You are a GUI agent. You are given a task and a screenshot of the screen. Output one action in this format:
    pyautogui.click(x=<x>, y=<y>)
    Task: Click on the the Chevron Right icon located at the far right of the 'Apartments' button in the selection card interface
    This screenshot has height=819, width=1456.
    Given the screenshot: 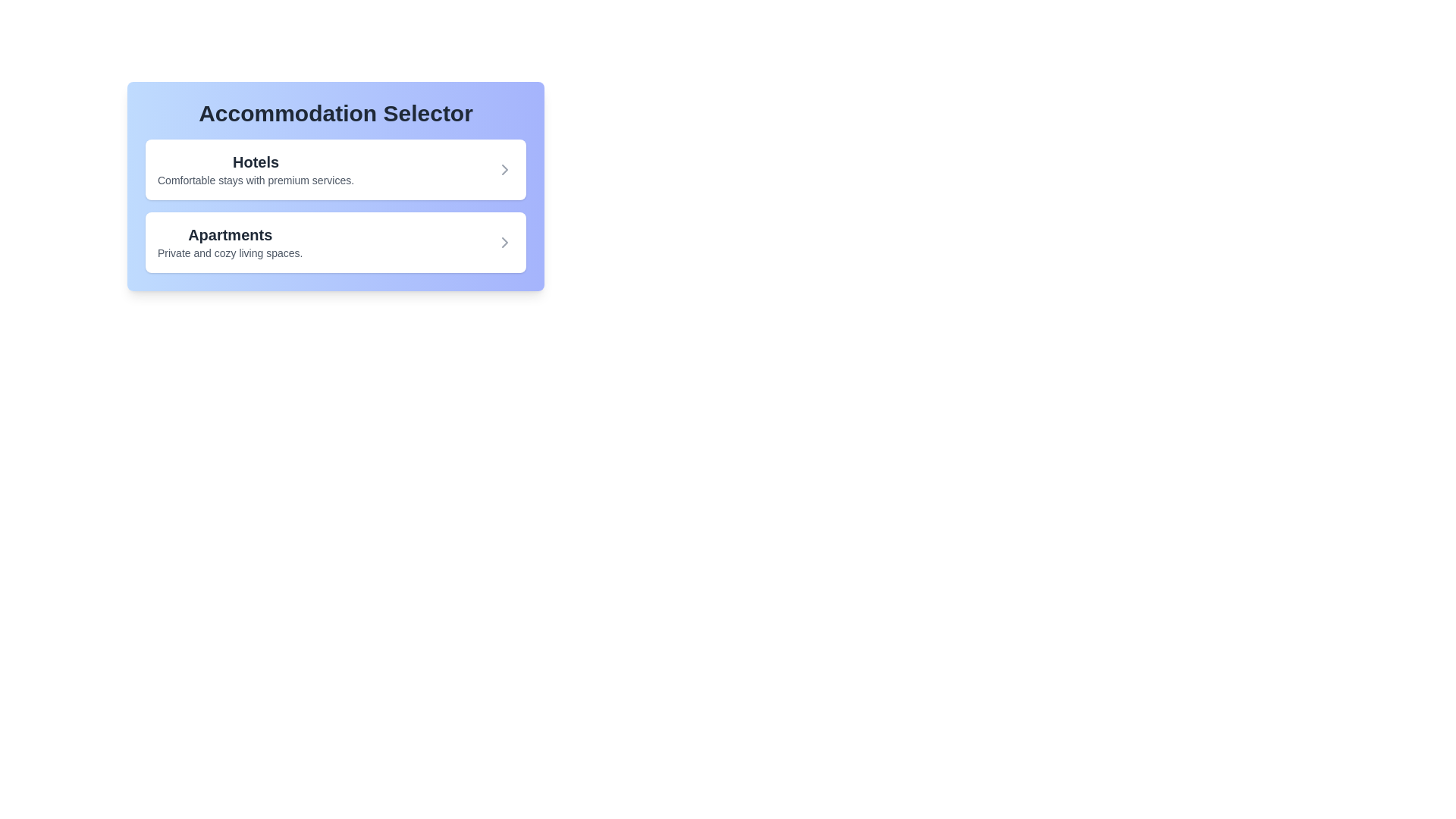 What is the action you would take?
    pyautogui.click(x=505, y=242)
    